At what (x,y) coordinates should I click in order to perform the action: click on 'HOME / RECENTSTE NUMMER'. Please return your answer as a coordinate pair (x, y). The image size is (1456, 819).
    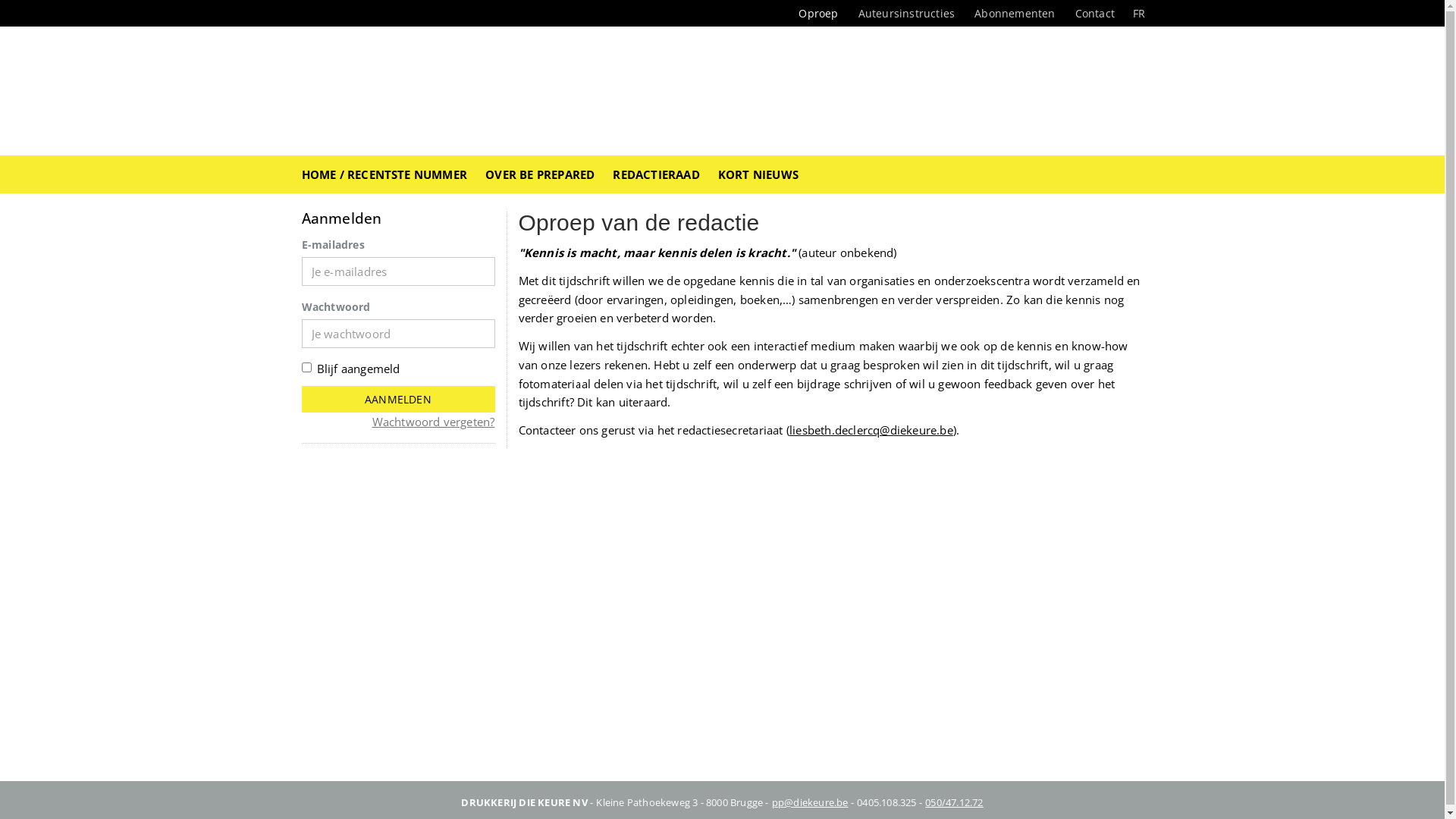
    Looking at the image, I should click on (384, 174).